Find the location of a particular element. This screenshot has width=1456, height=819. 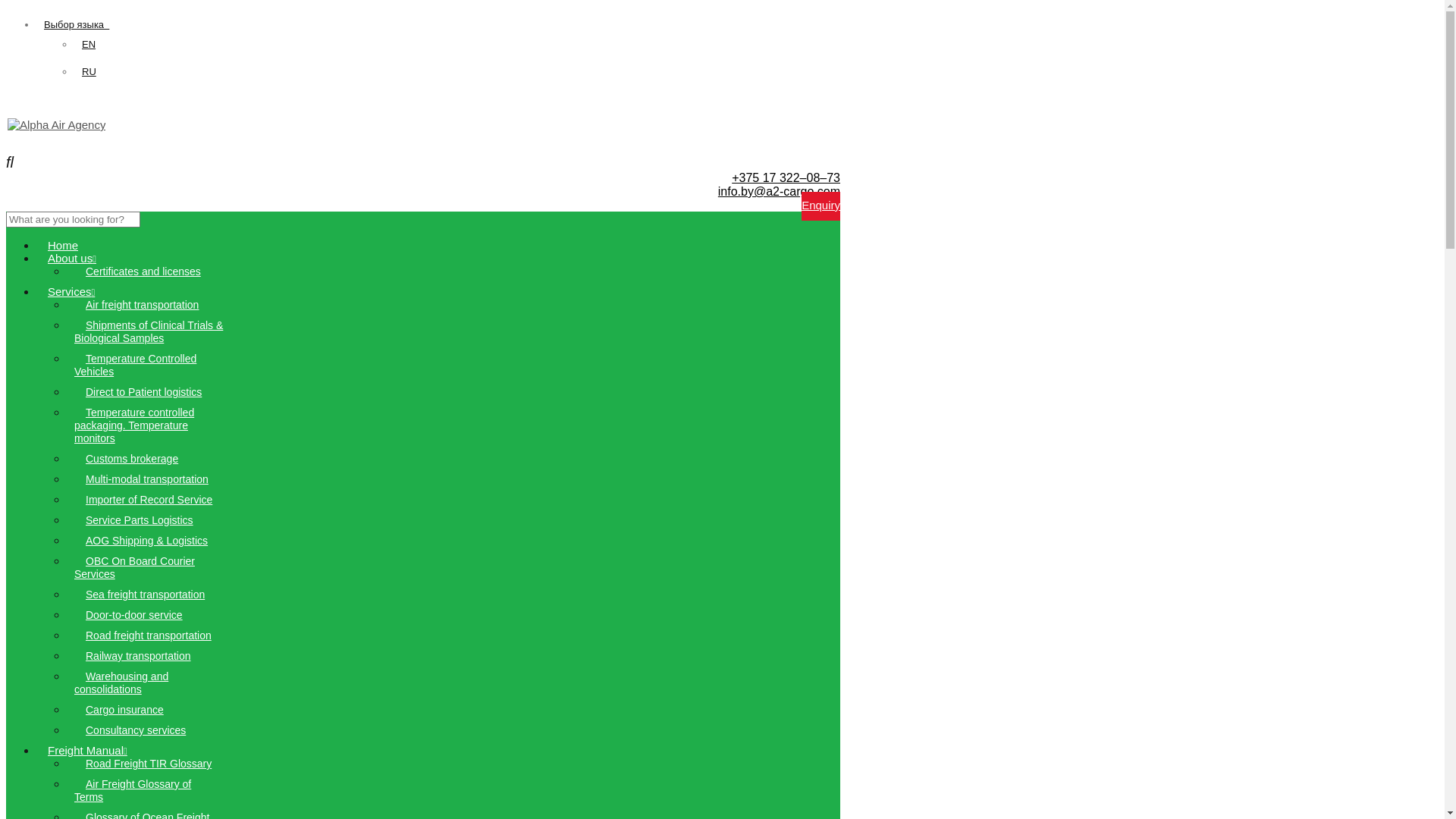

'Temperature Controlled Vehicles' is located at coordinates (135, 365).